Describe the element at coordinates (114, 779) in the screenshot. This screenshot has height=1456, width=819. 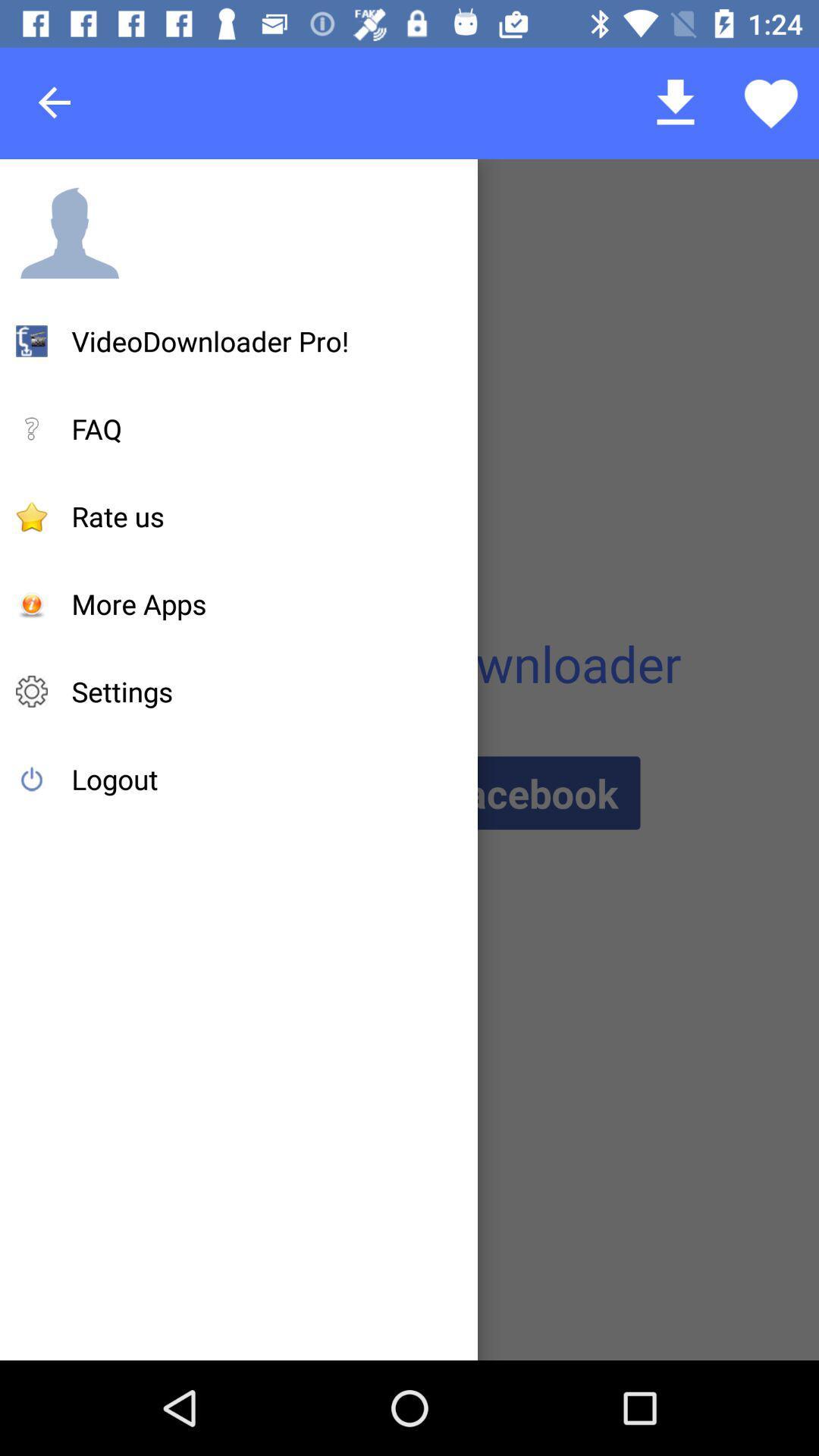
I see `the icon to the left of the log in with` at that location.